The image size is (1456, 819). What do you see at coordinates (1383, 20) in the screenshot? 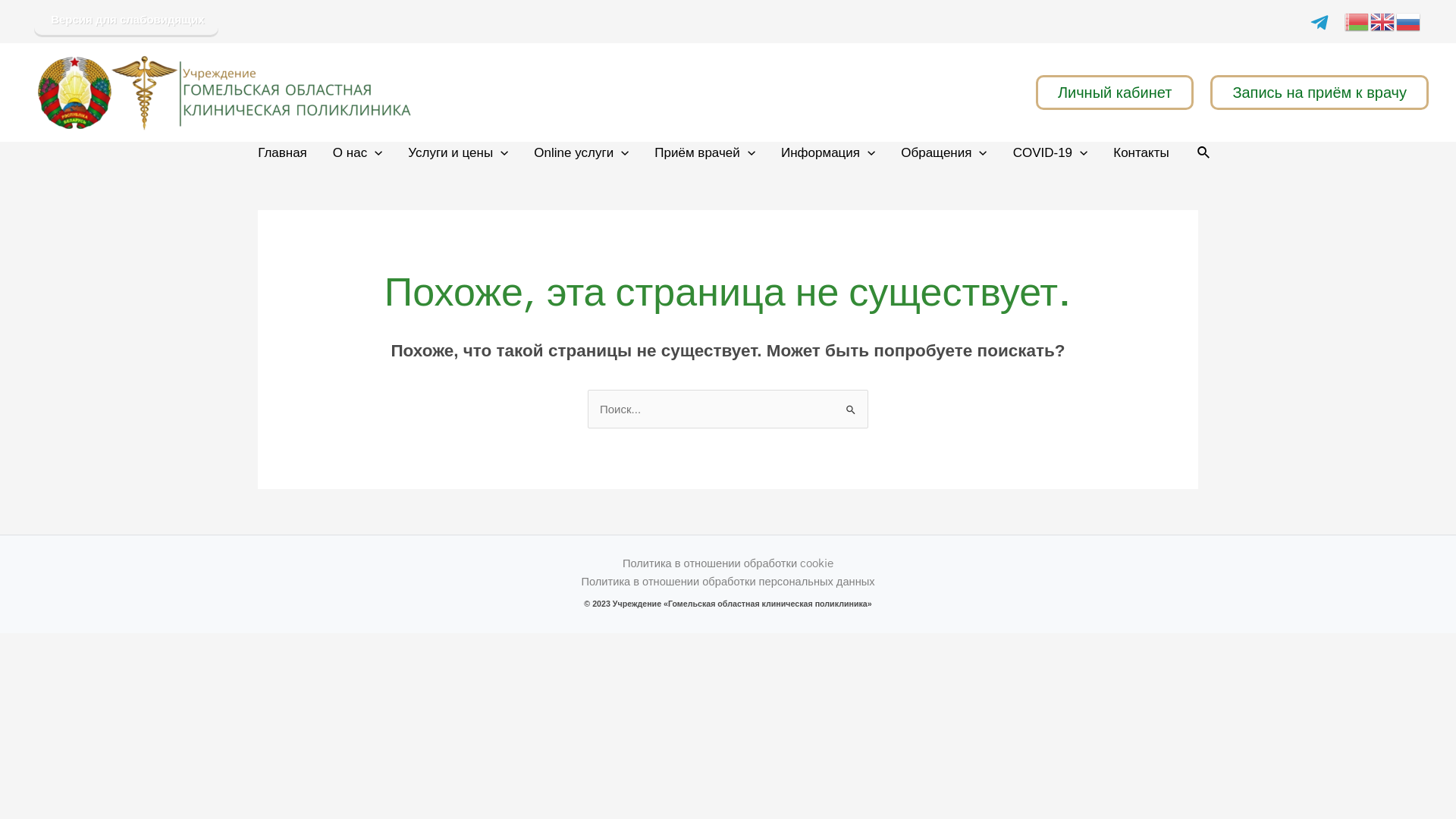
I see `'English'` at bounding box center [1383, 20].